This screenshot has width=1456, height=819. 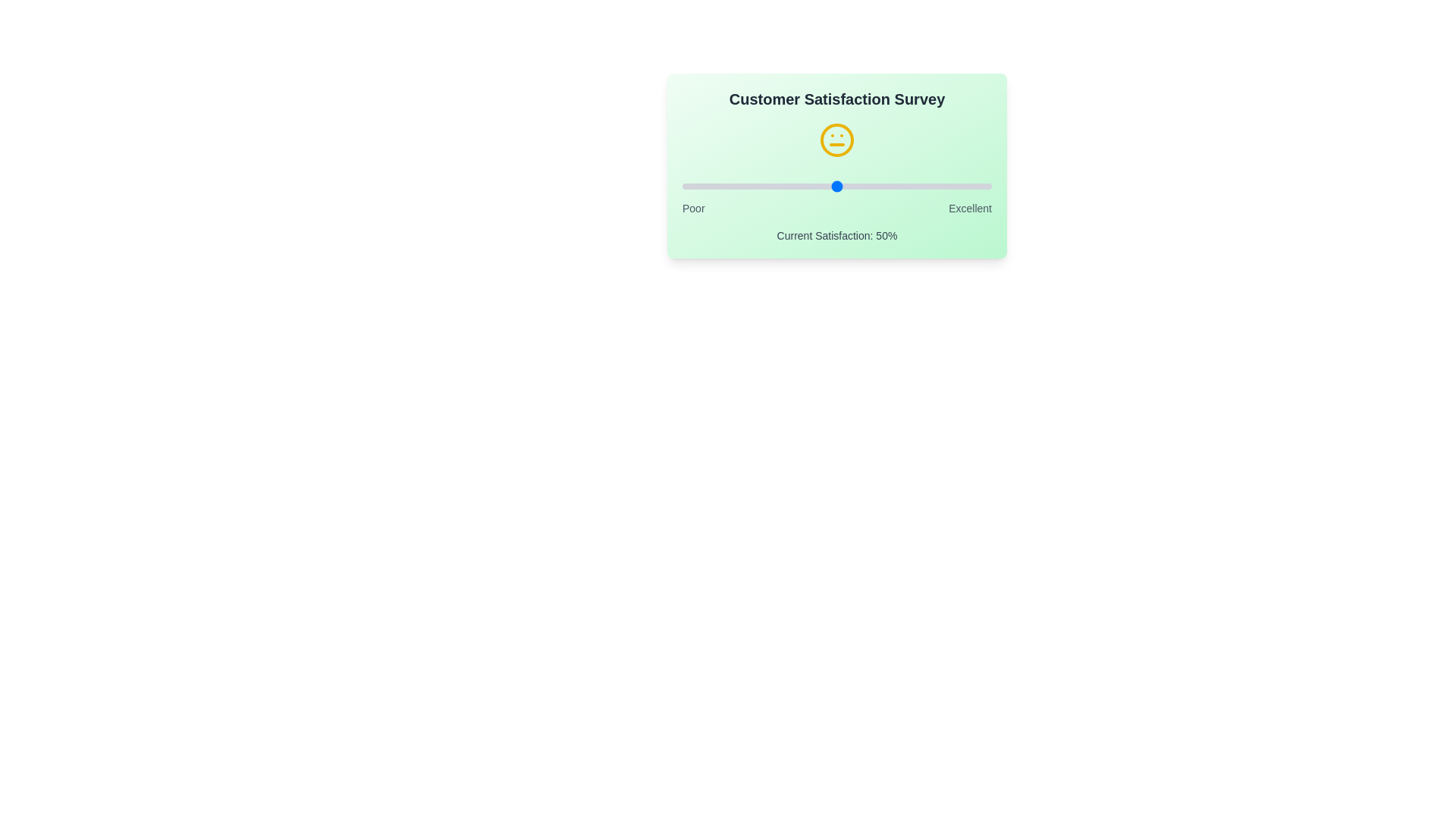 I want to click on the satisfaction slider to 24%, so click(x=756, y=186).